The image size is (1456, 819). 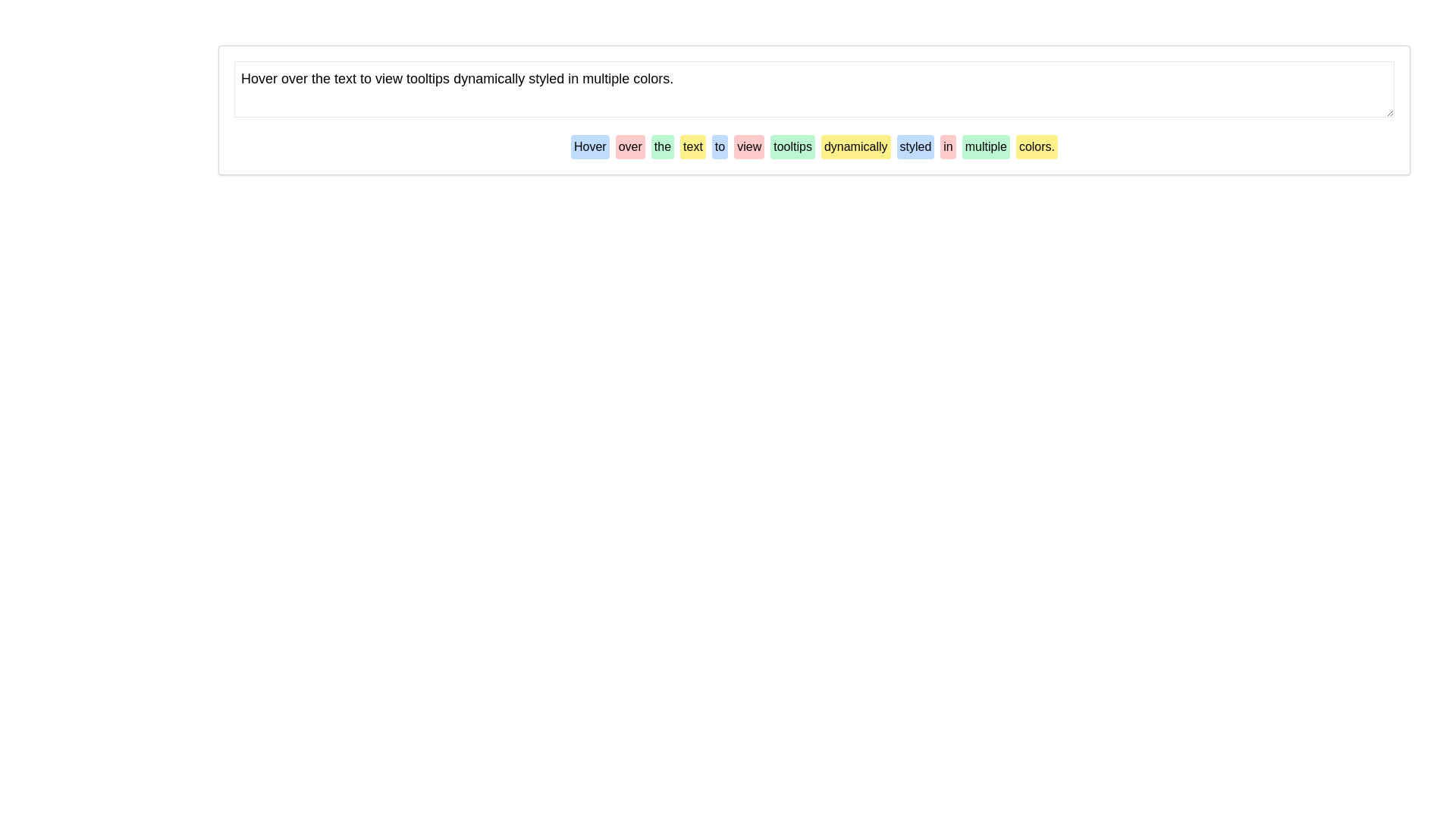 I want to click on the fourth item in the horizontal sequence of tooltip components, which is located between the green 'Tooltip for thethe' and the blue 'Tooltip for toto', so click(x=692, y=146).